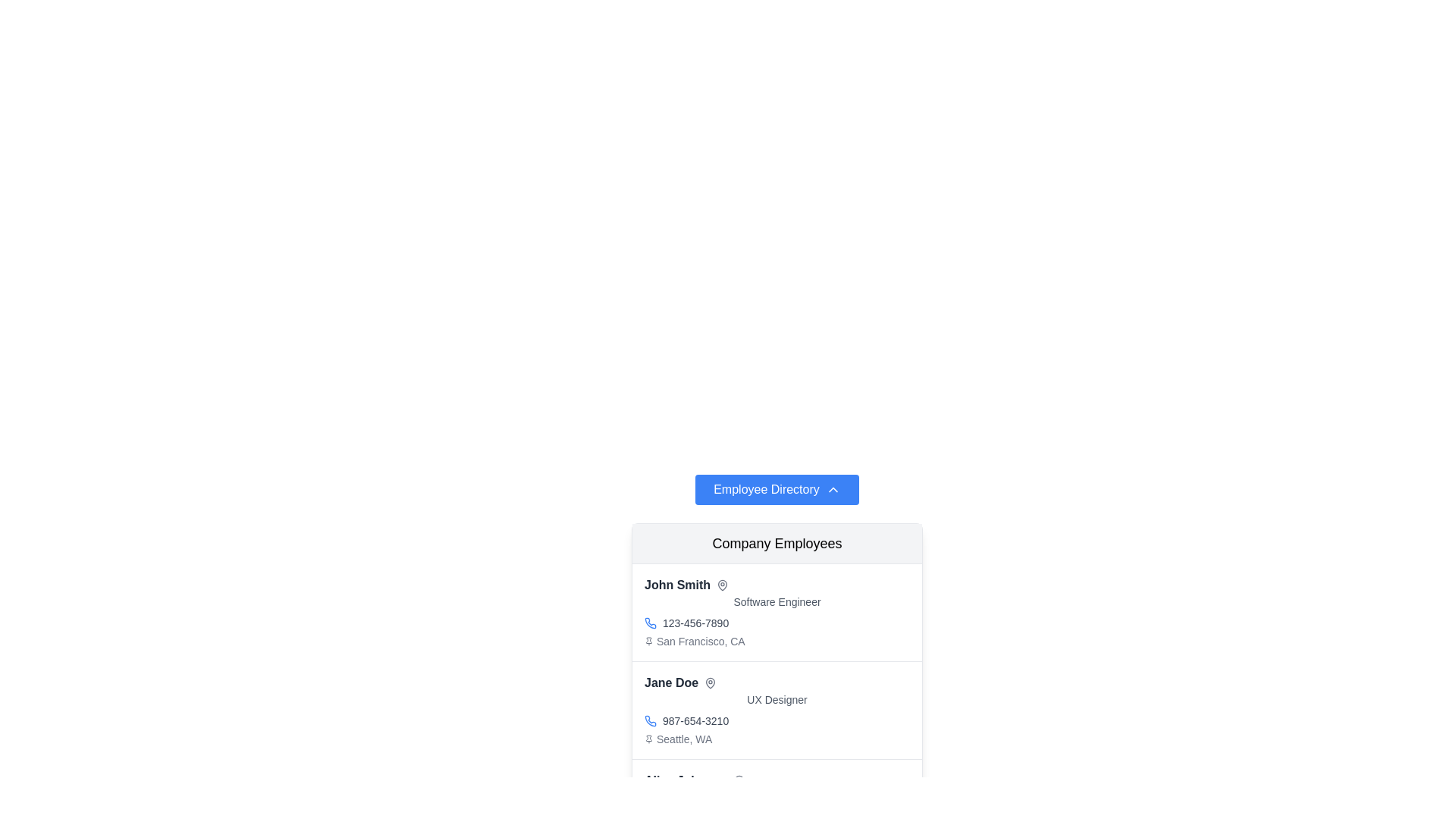  I want to click on the phone icon which signifies a contact number, located to the immediate left of the phone number text, so click(651, 623).